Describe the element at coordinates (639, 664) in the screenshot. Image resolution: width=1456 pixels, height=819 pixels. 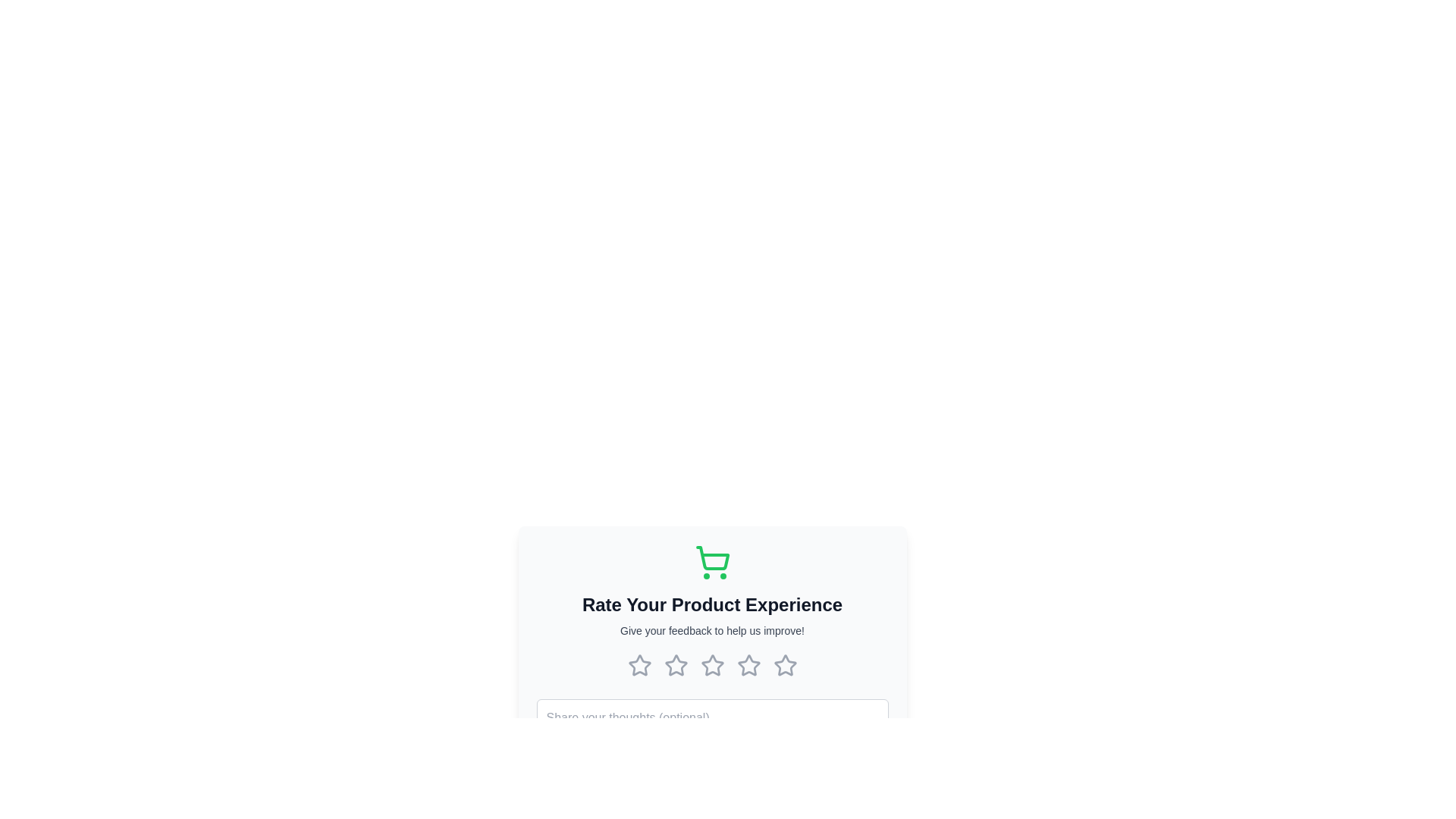
I see `the first Rating Star Icon, which is a hollow star-shaped icon styled in light gray` at that location.